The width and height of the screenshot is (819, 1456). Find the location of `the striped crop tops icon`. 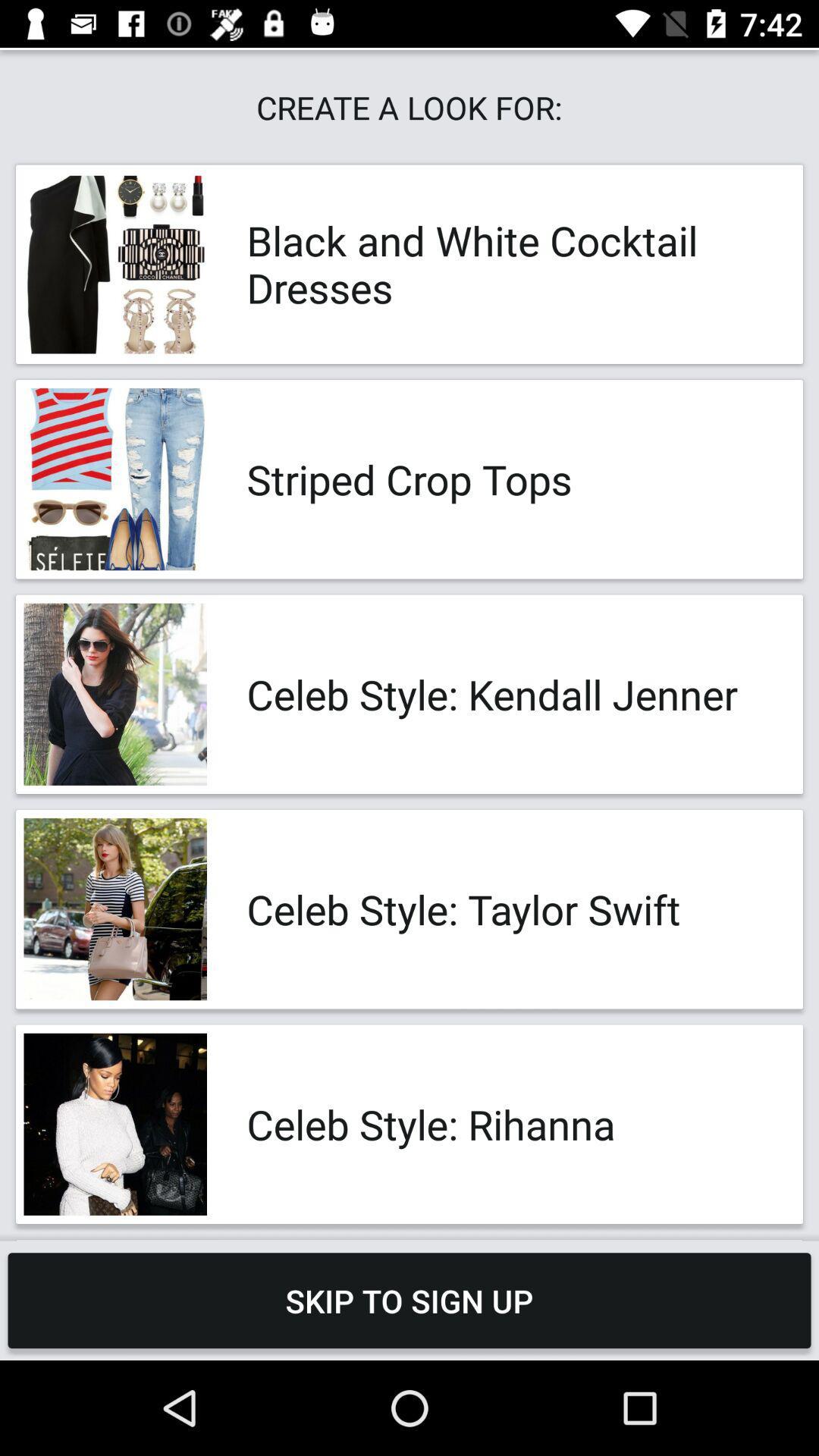

the striped crop tops icon is located at coordinates (509, 479).